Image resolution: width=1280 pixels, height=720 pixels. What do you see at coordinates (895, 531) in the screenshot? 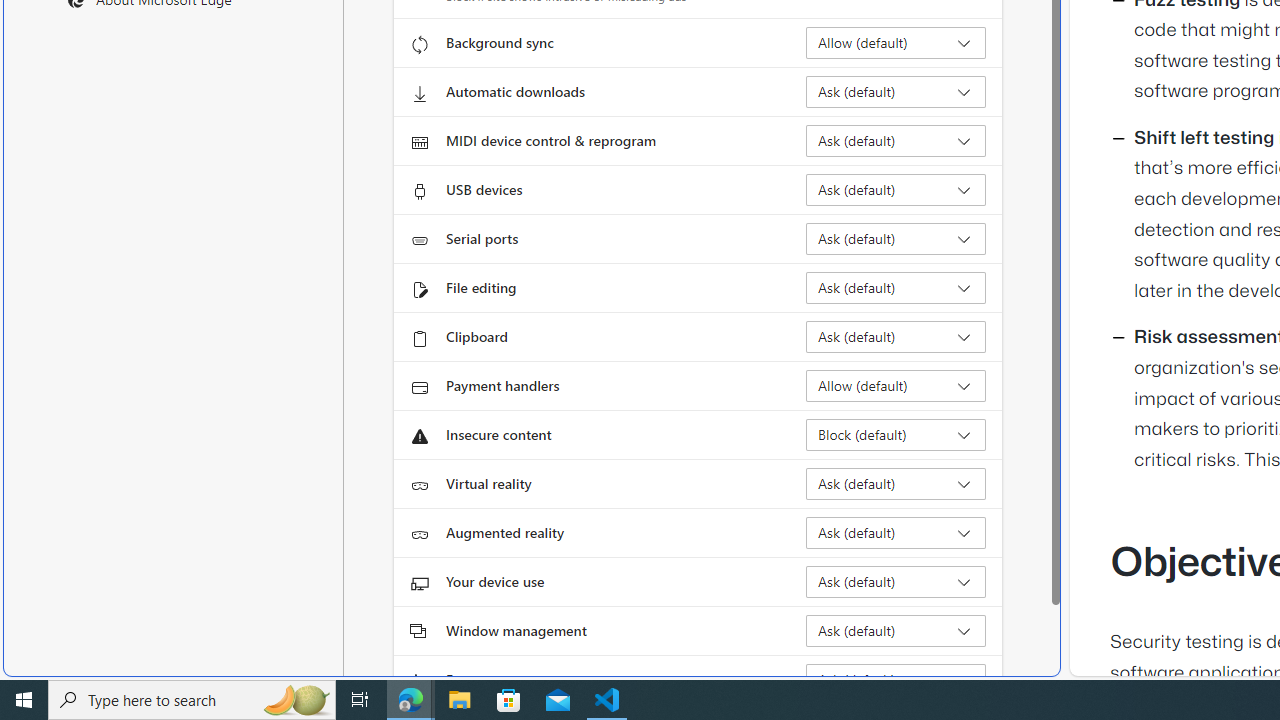
I see `'Augmented reality Ask (default)'` at bounding box center [895, 531].